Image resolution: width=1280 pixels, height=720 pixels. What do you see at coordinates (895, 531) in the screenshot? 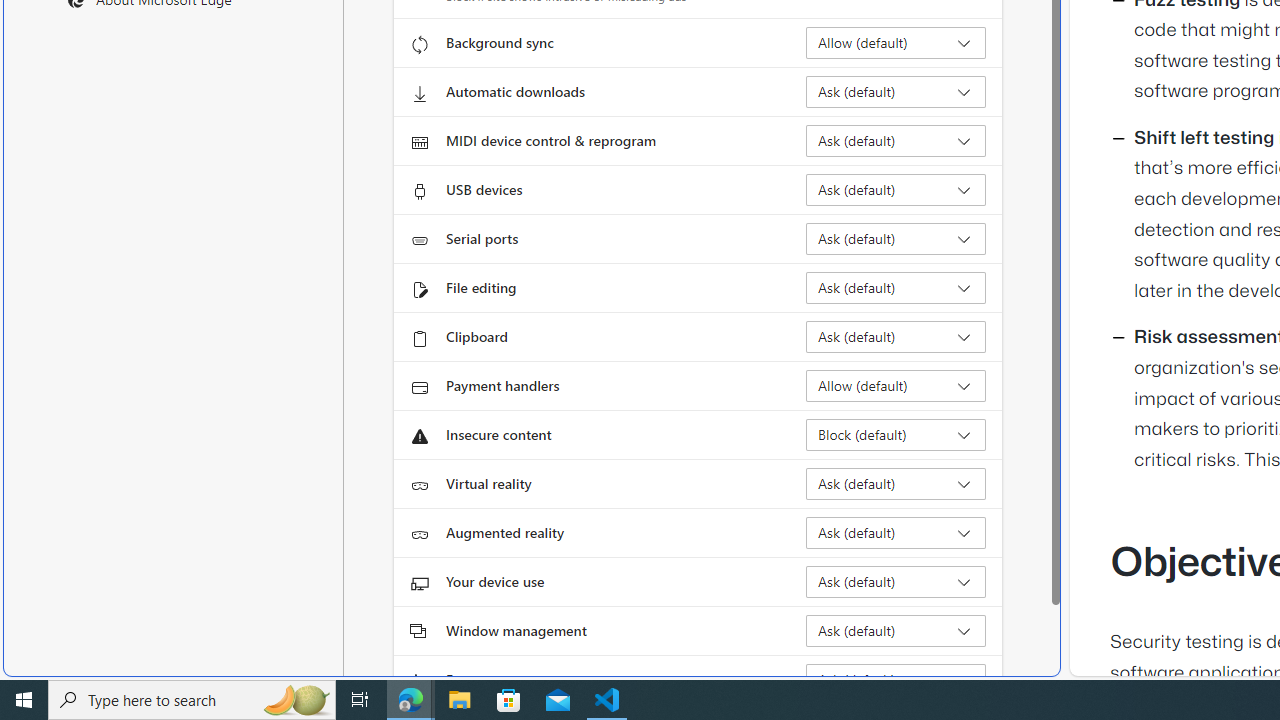
I see `'Augmented reality Ask (default)'` at bounding box center [895, 531].